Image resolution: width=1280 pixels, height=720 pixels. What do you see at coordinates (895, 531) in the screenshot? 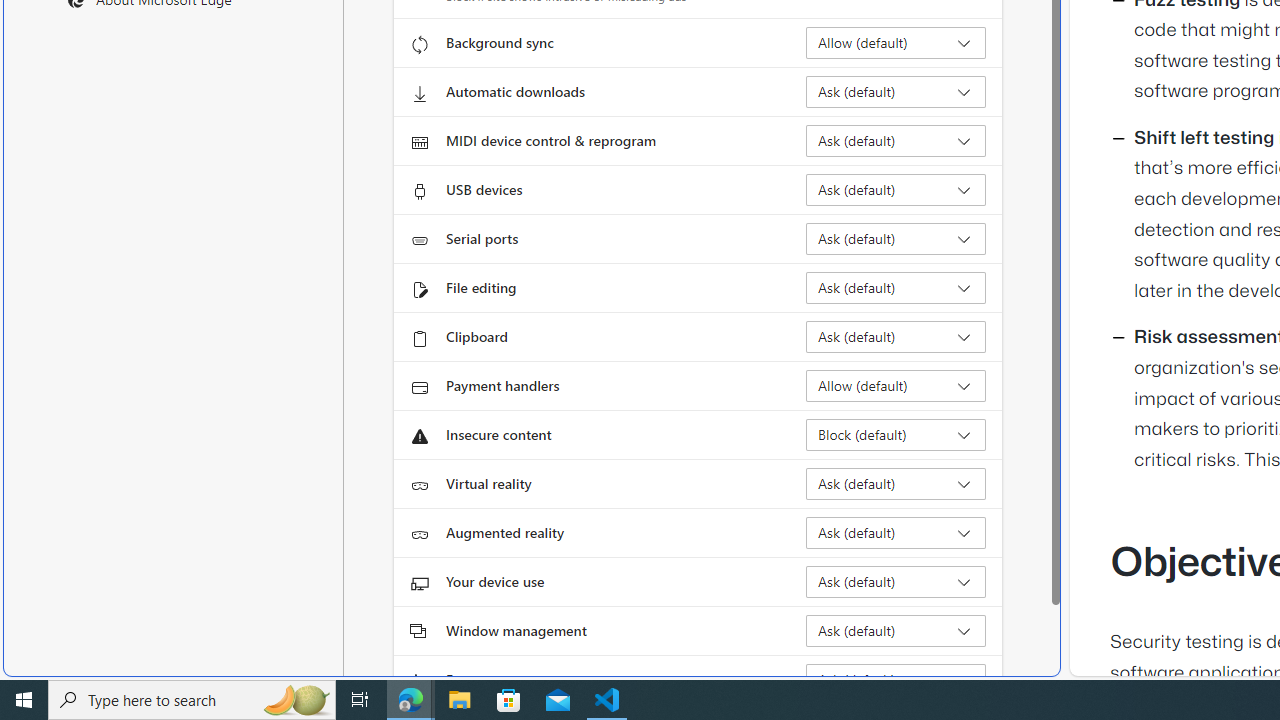
I see `'Augmented reality Ask (default)'` at bounding box center [895, 531].